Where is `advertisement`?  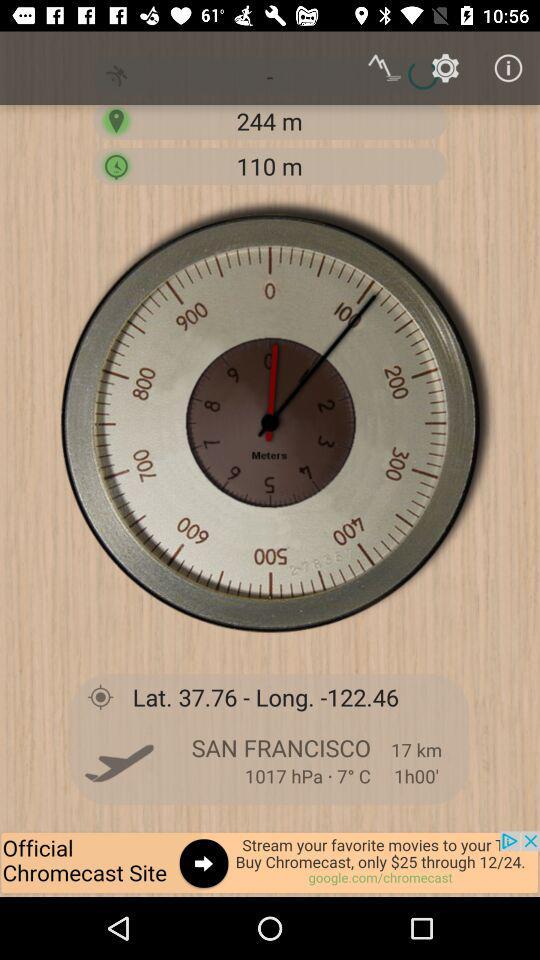 advertisement is located at coordinates (270, 863).